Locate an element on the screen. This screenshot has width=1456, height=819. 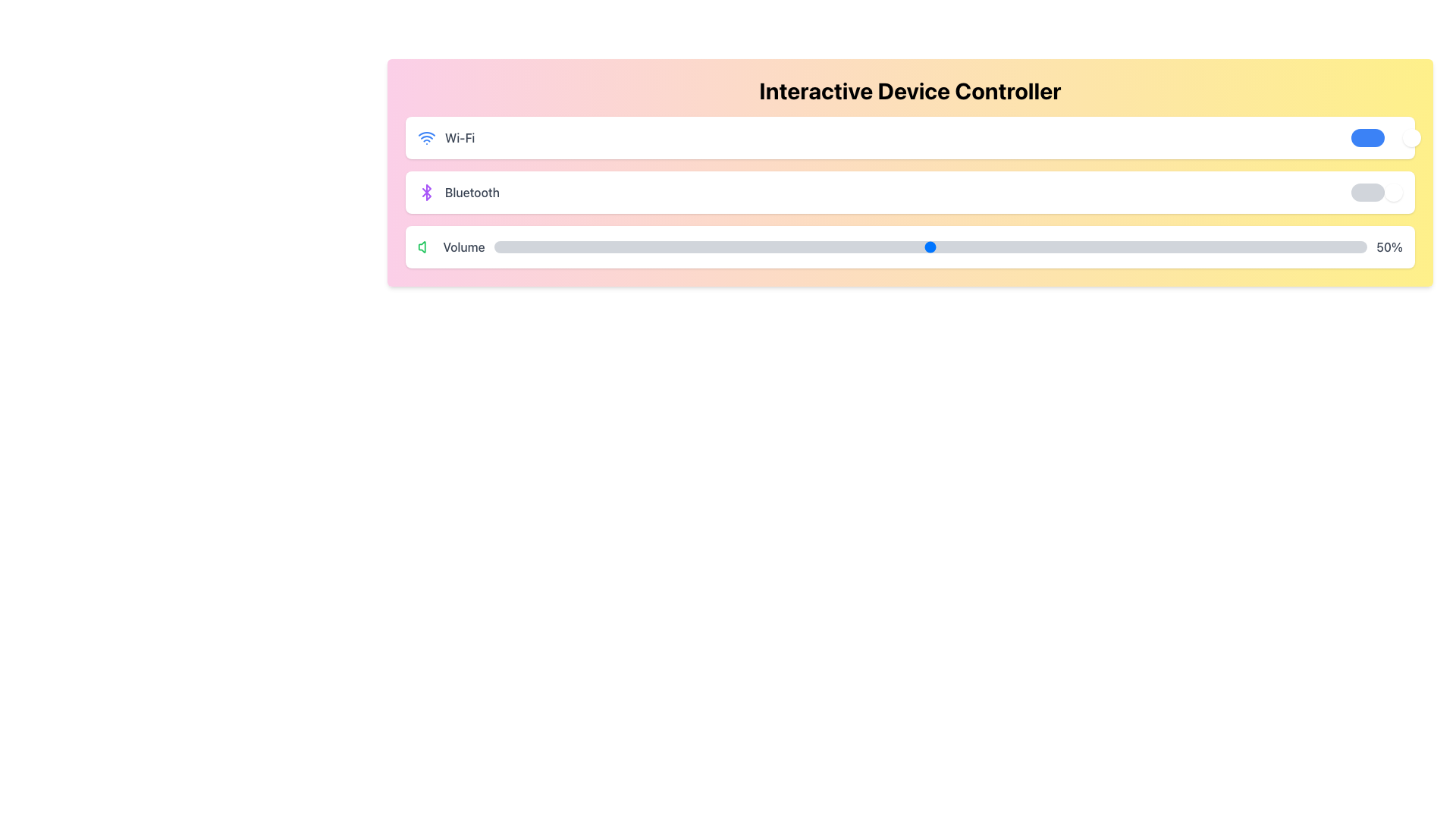
volume is located at coordinates (694, 246).